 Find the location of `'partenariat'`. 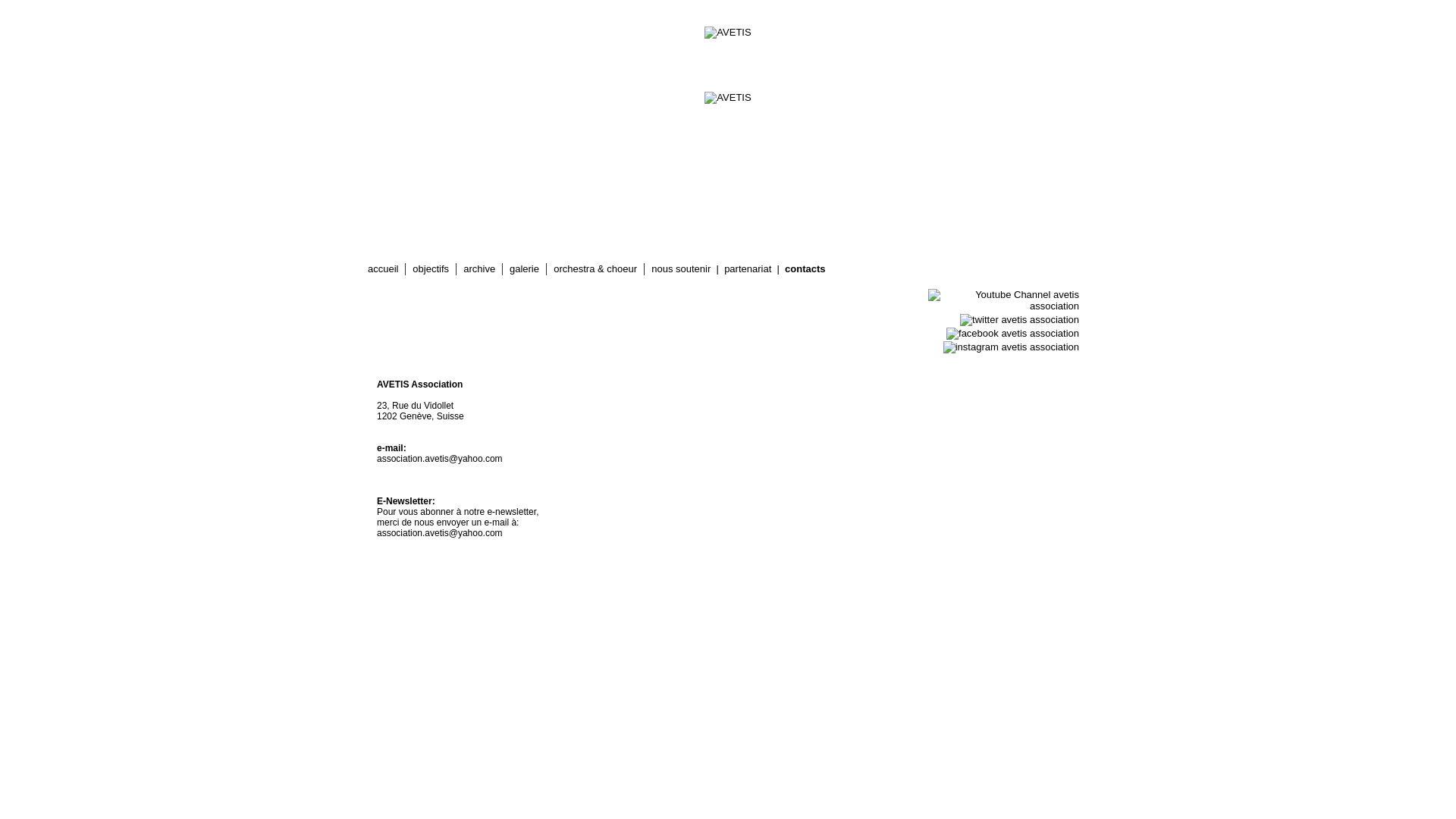

'partenariat' is located at coordinates (723, 268).